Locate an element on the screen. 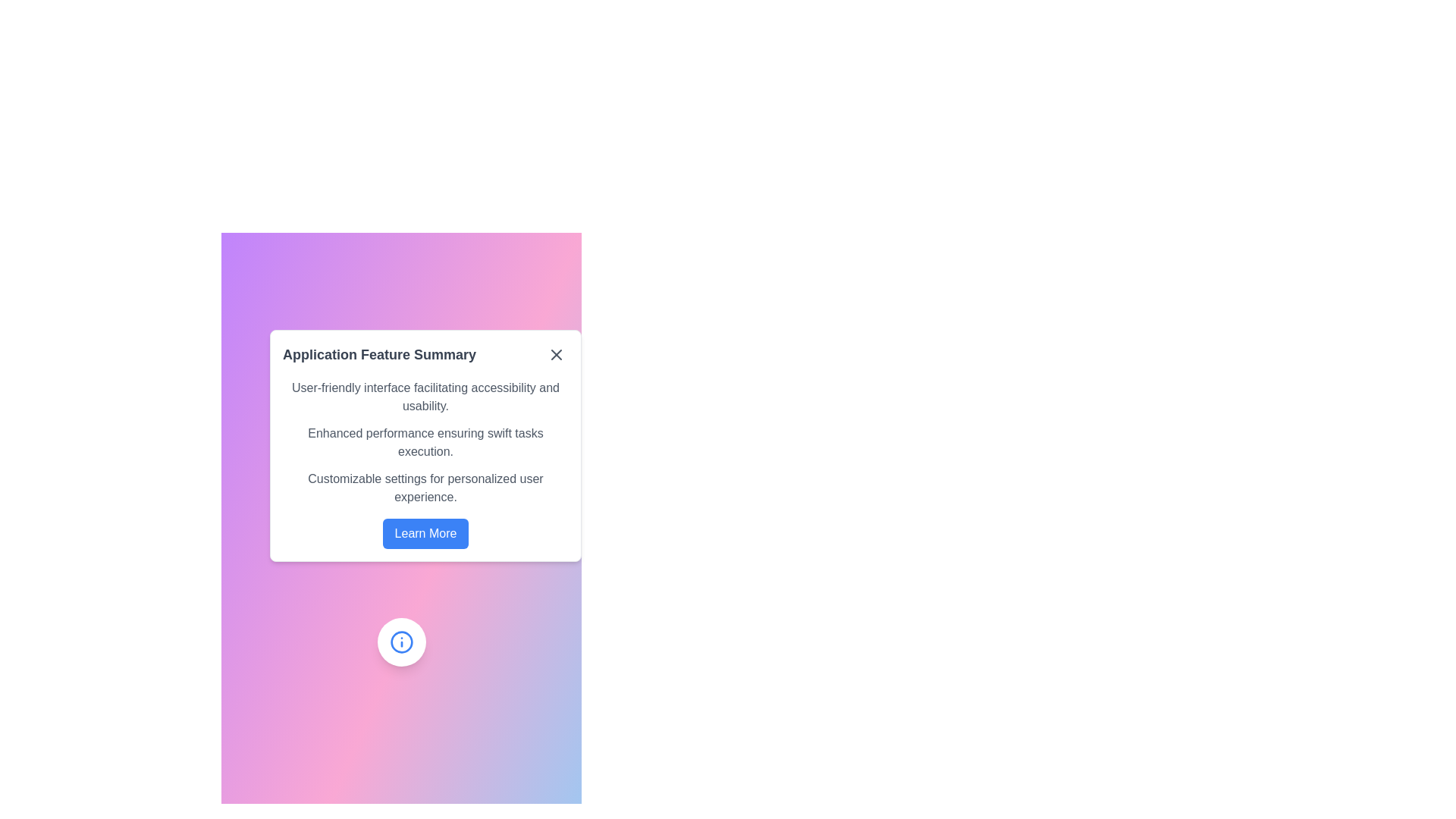  descriptive information text about the usability features of the application, which is the first item in the vertical list within the 'Application Feature Summary' section is located at coordinates (425, 397).